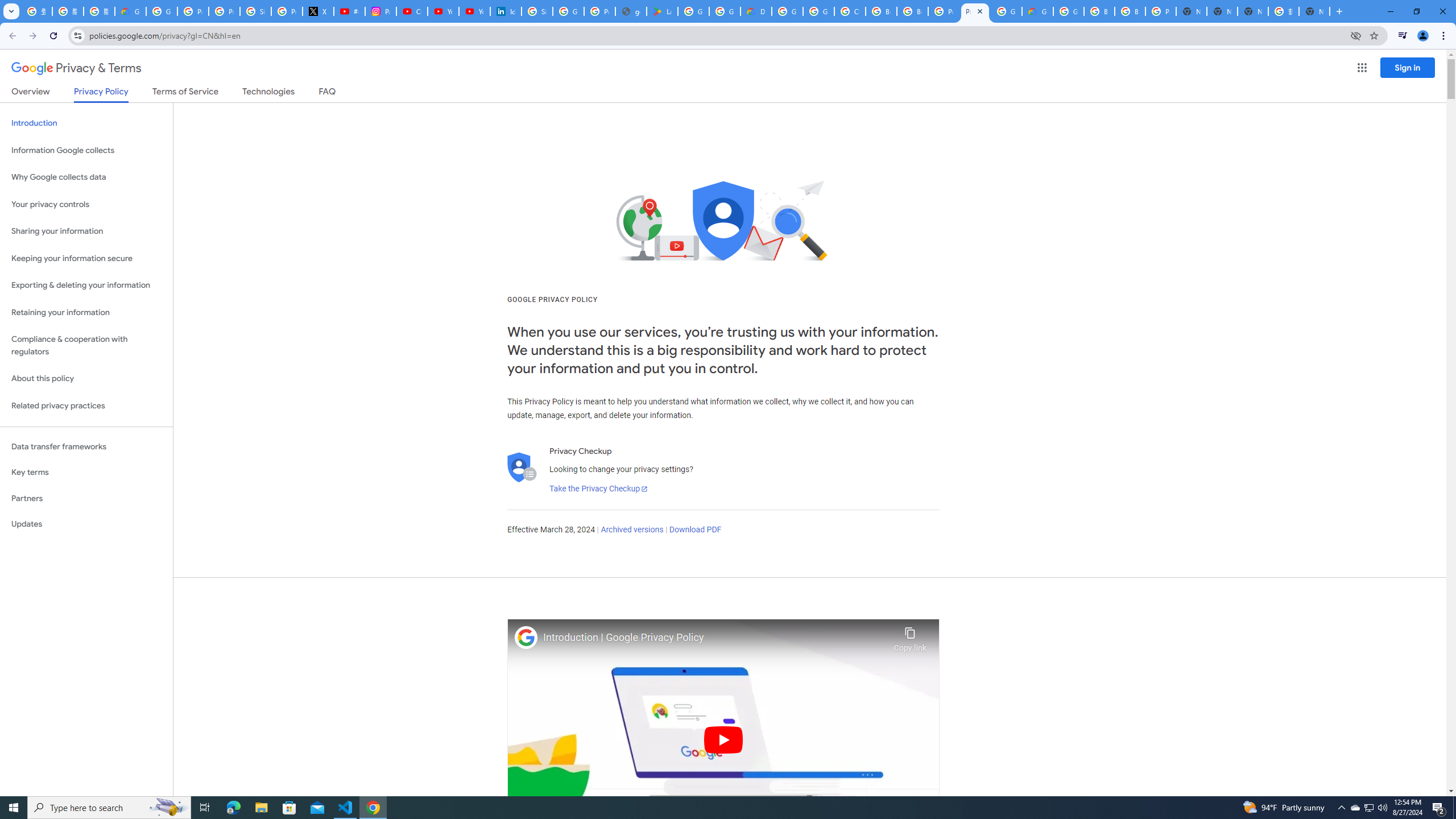  What do you see at coordinates (909, 636) in the screenshot?
I see `'Copy link'` at bounding box center [909, 636].